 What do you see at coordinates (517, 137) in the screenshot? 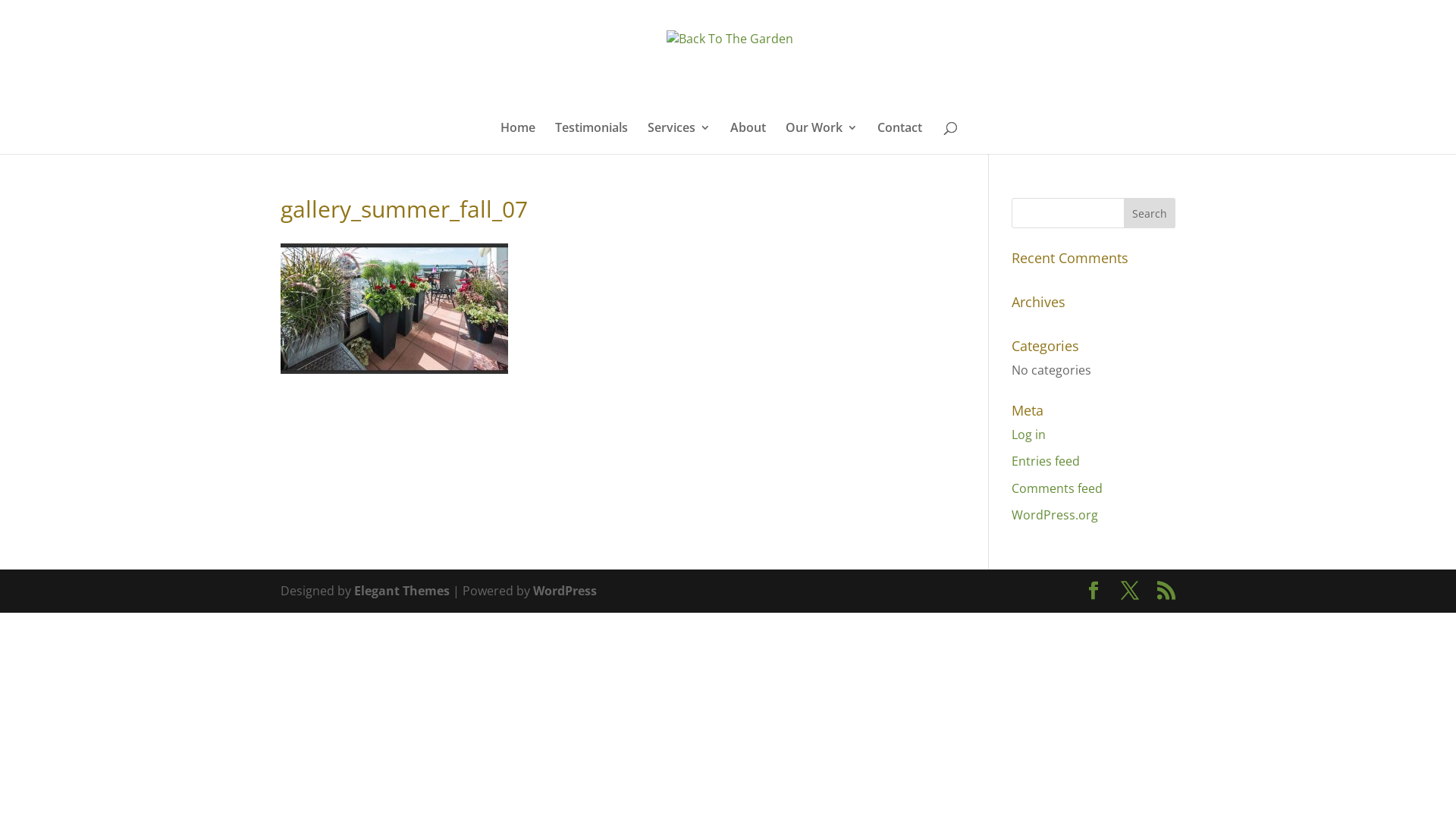
I see `'Home'` at bounding box center [517, 137].